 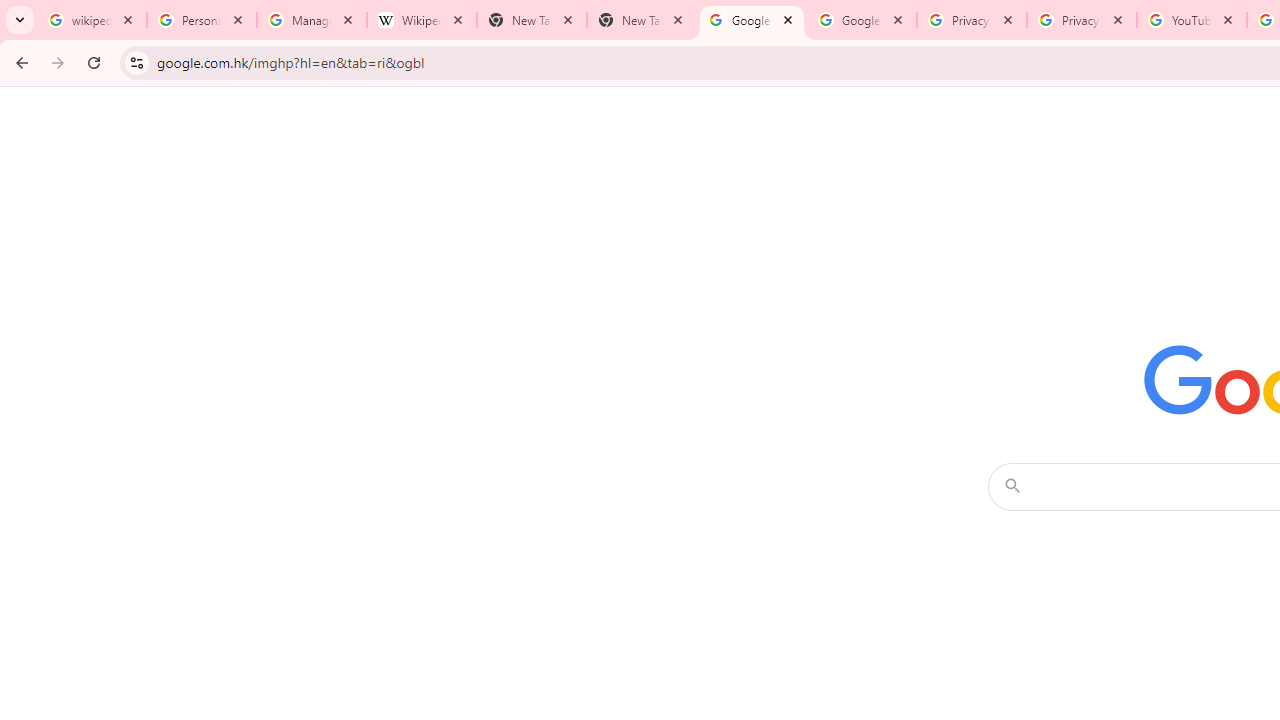 I want to click on 'Close', so click(x=1226, y=19).